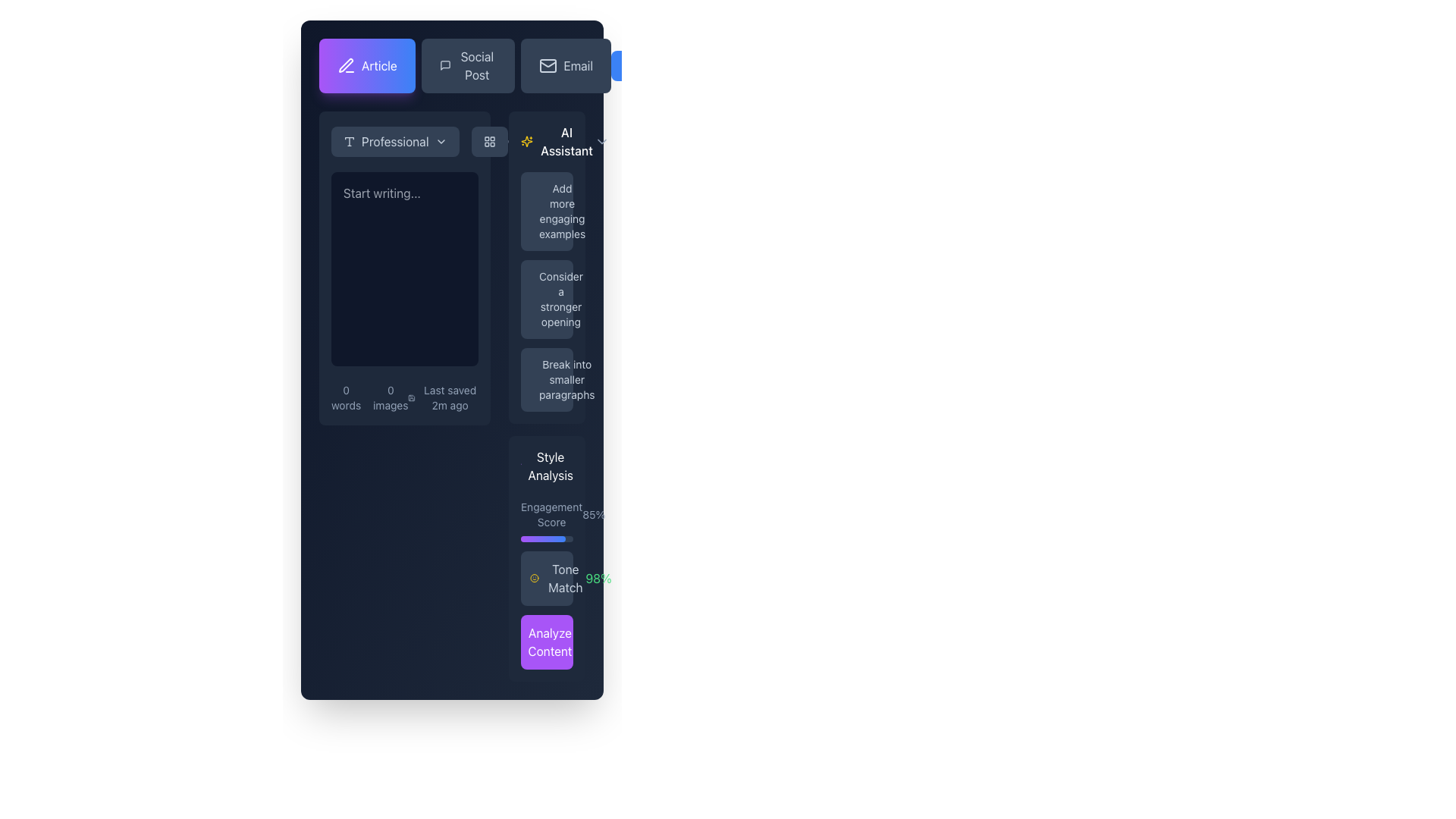 The height and width of the screenshot is (819, 1456). I want to click on the second button in the 'AI Assistant' suggestions to apply the recommendation, so click(546, 267).